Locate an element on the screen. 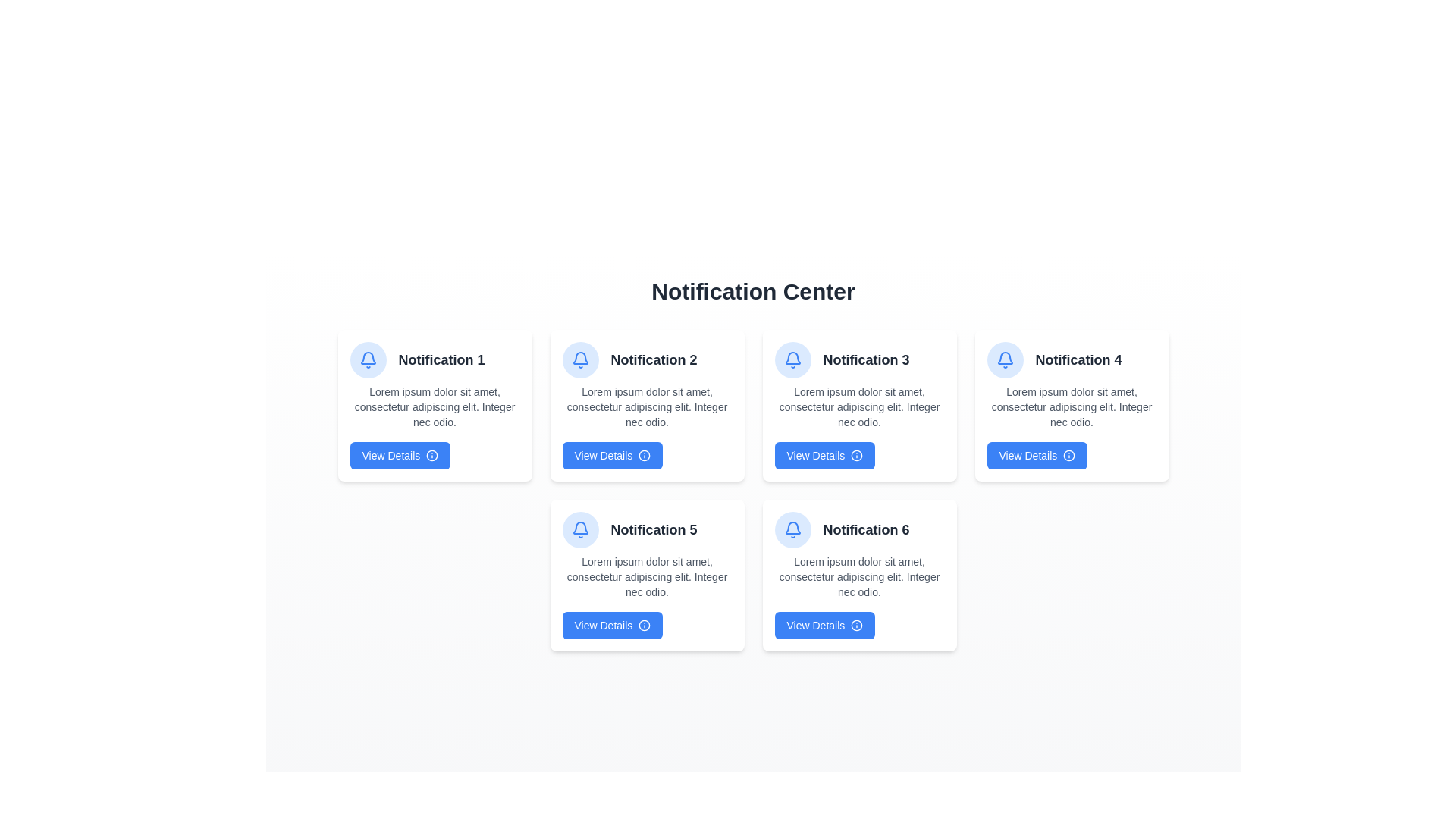  bell-shaped notification icon located in 'Notification 1' for development purposes is located at coordinates (792, 527).